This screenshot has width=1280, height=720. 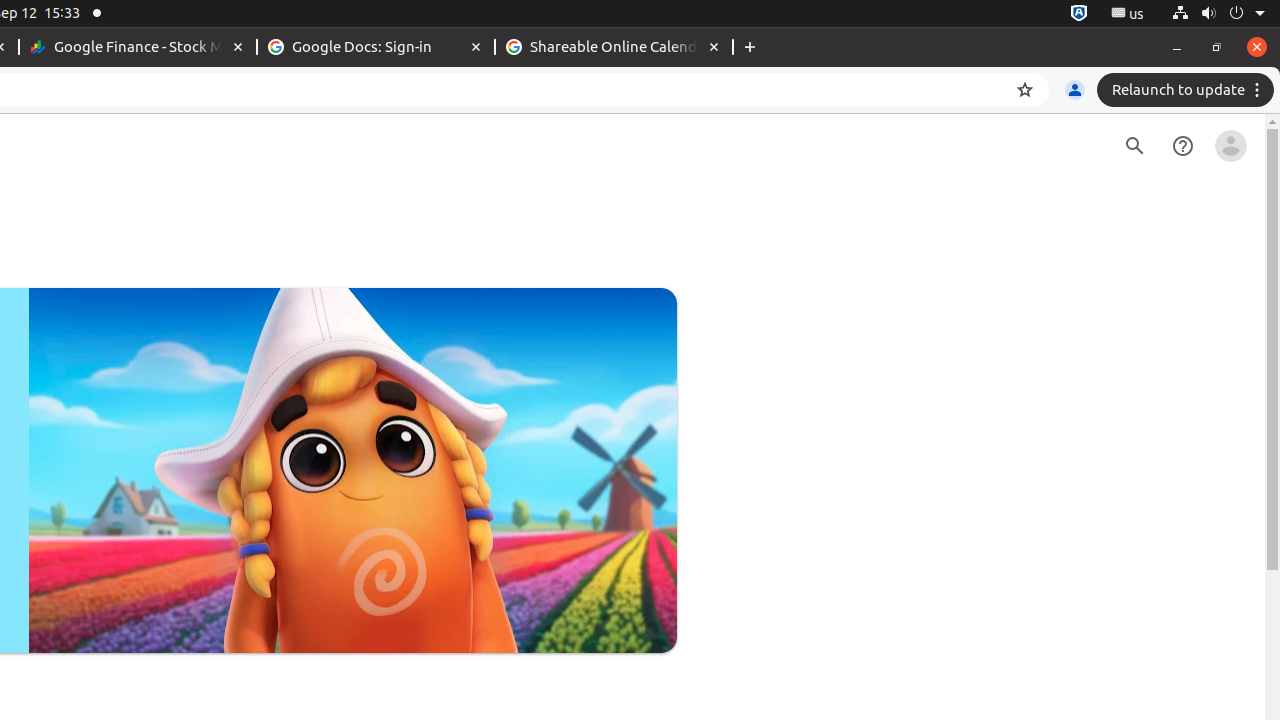 What do you see at coordinates (1078, 13) in the screenshot?
I see `':1.72/StatusNotifierItem'` at bounding box center [1078, 13].